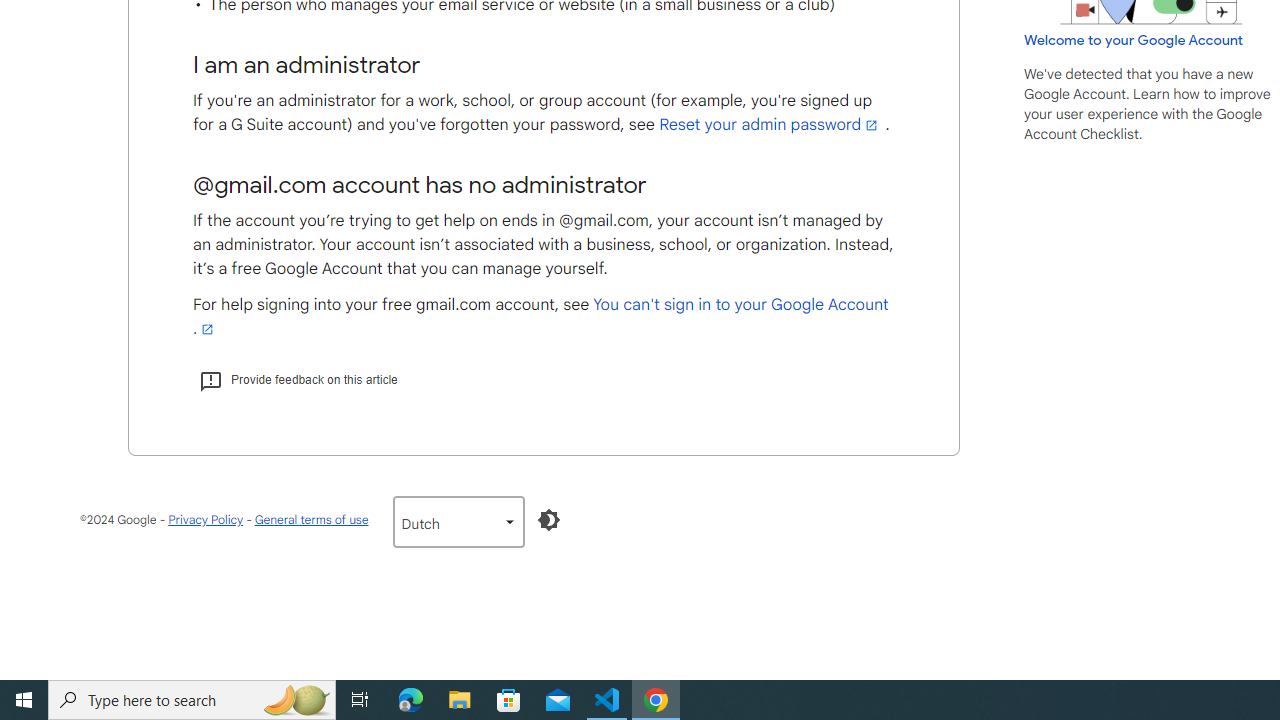  Describe the element at coordinates (310, 518) in the screenshot. I see `'General terms of use'` at that location.